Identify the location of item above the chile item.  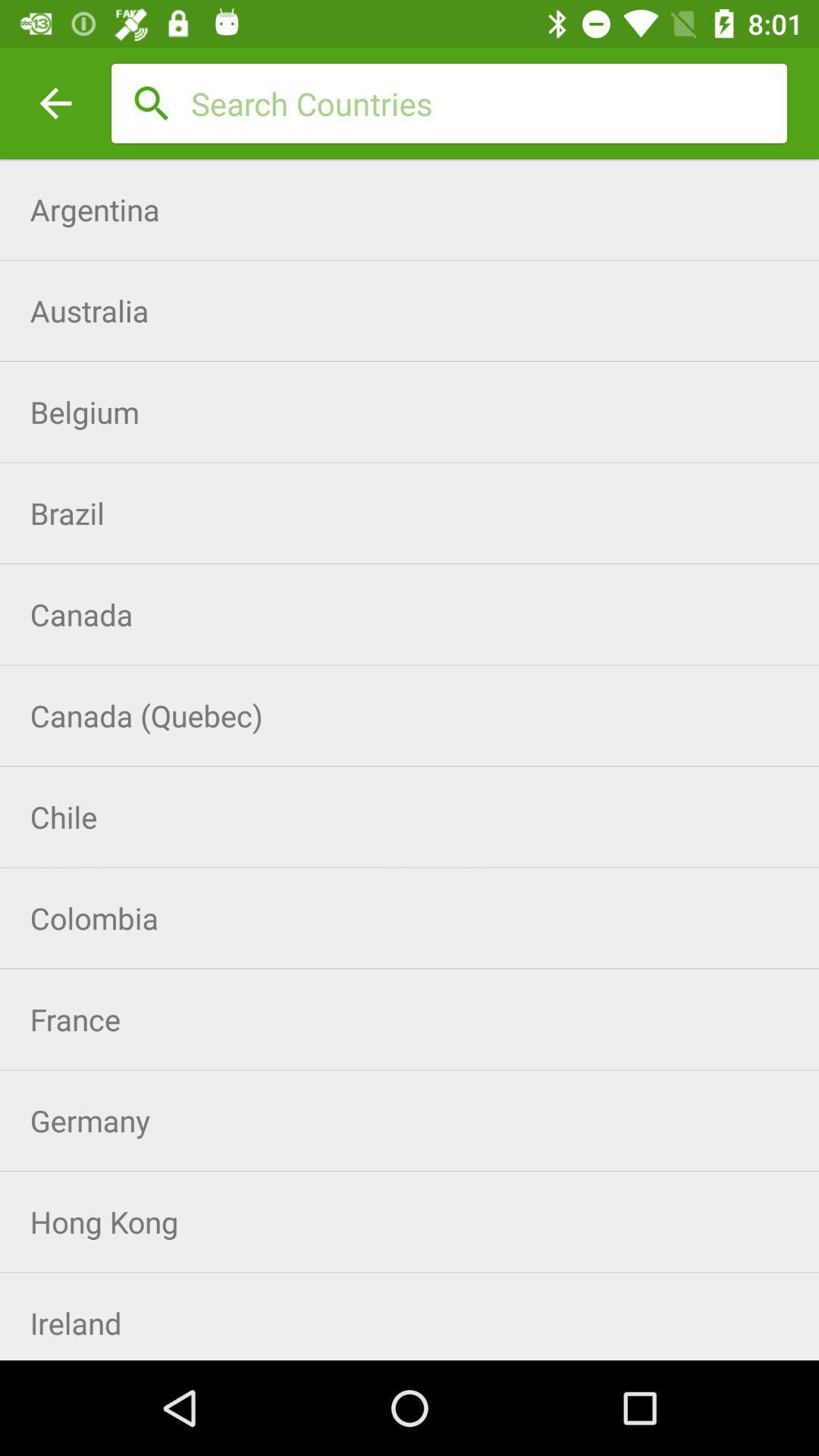
(409, 714).